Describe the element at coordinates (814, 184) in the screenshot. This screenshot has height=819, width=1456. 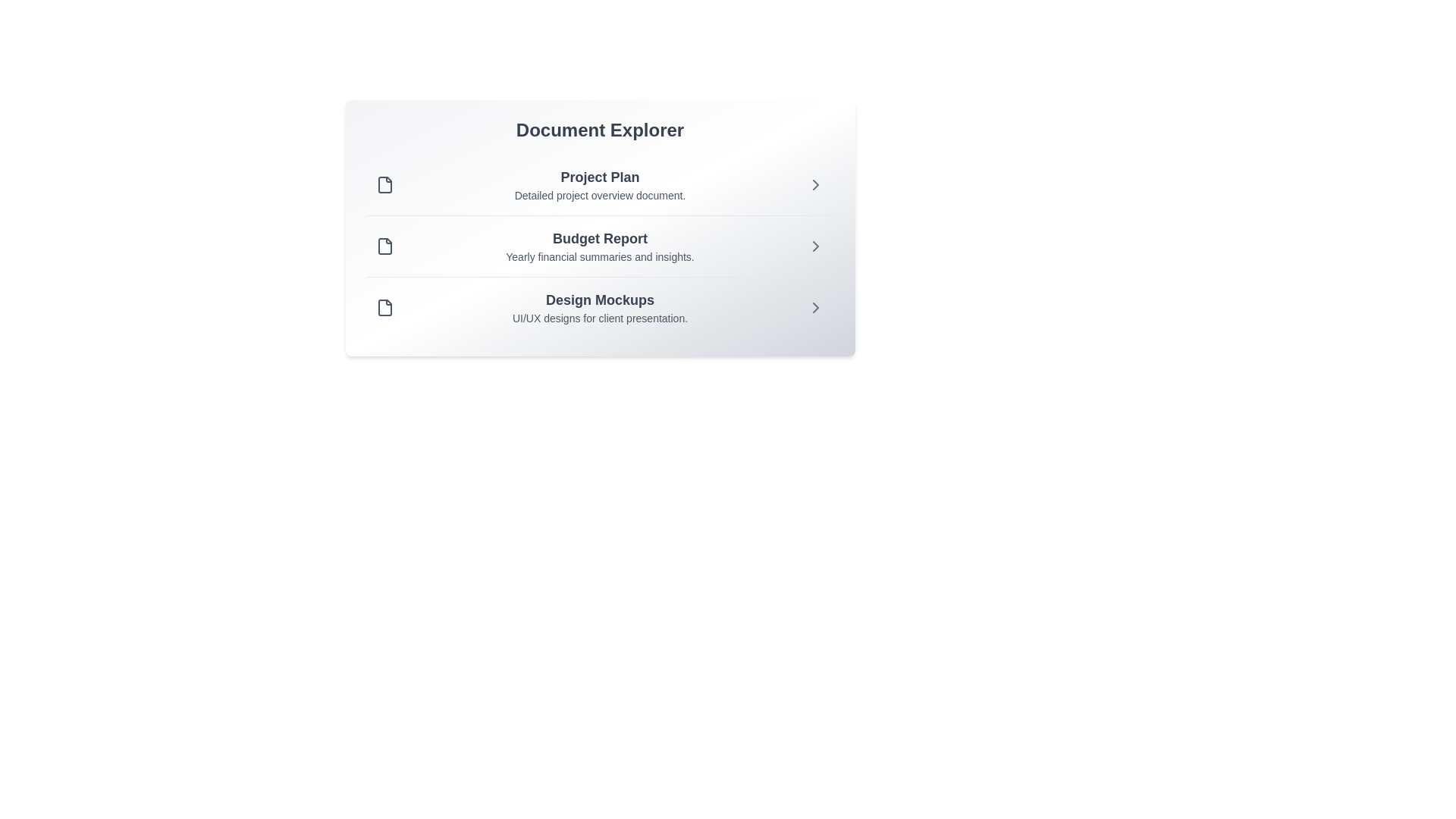
I see `the chevron icon next to the document titled 'Project Plan' to view its details` at that location.